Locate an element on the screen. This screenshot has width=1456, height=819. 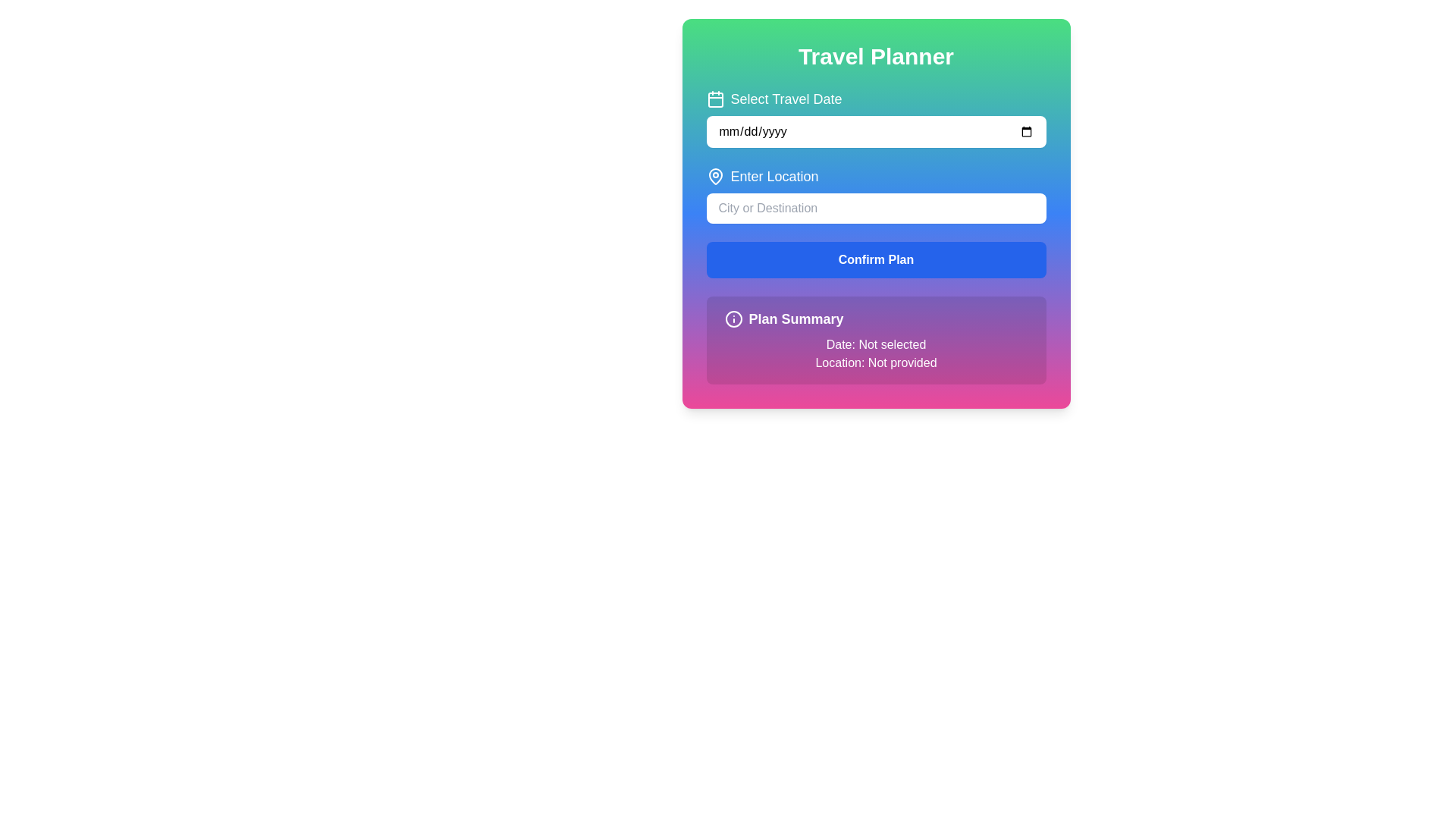
the informational icon indicating the 'Plan Summary' section, positioned to the left of the 'Plan Summary' text is located at coordinates (733, 318).